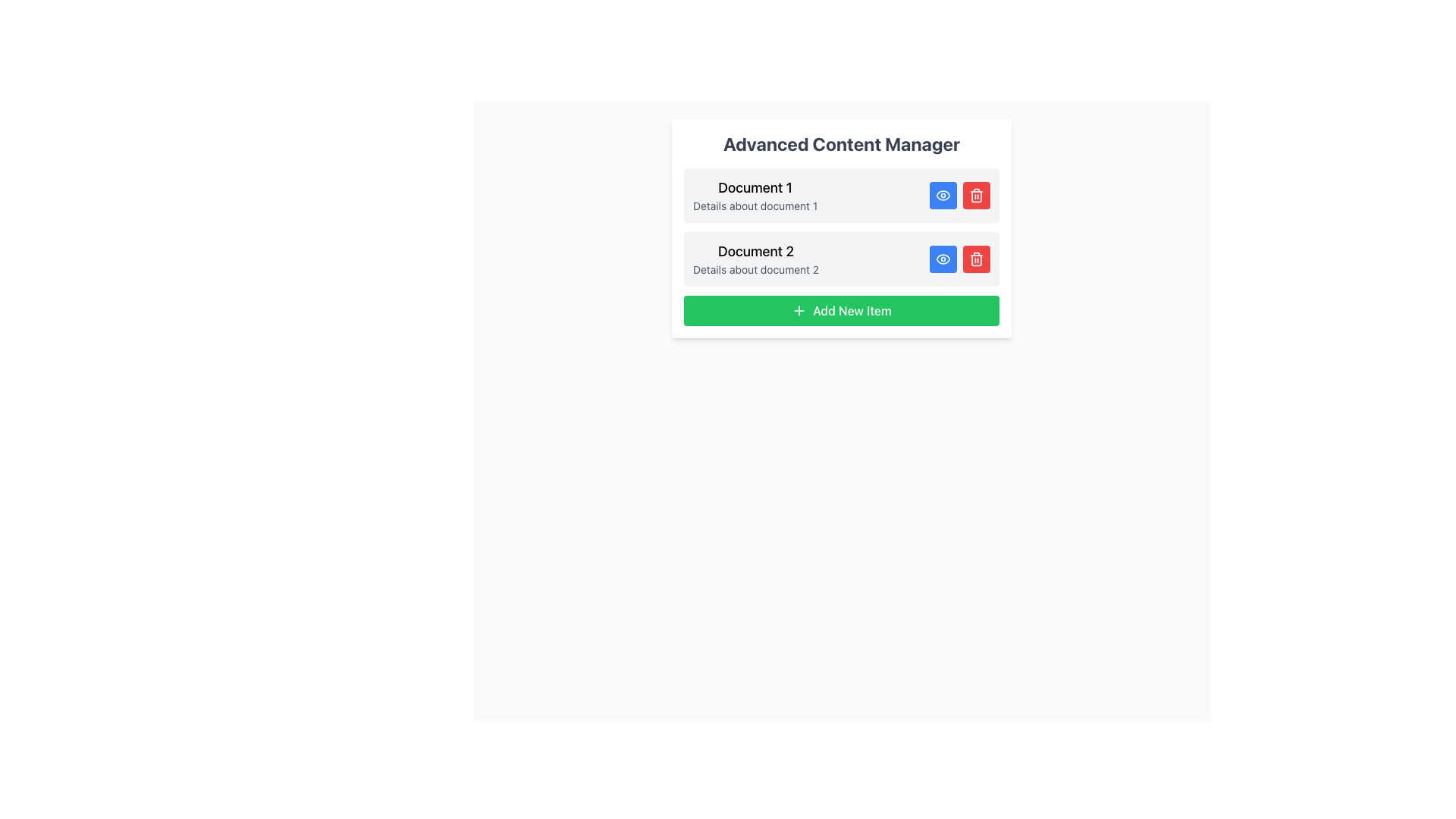  What do you see at coordinates (799, 309) in the screenshot?
I see `the plus icon located to the left of the 'Add New Item' text inside the green button at the bottom of the document management section` at bounding box center [799, 309].